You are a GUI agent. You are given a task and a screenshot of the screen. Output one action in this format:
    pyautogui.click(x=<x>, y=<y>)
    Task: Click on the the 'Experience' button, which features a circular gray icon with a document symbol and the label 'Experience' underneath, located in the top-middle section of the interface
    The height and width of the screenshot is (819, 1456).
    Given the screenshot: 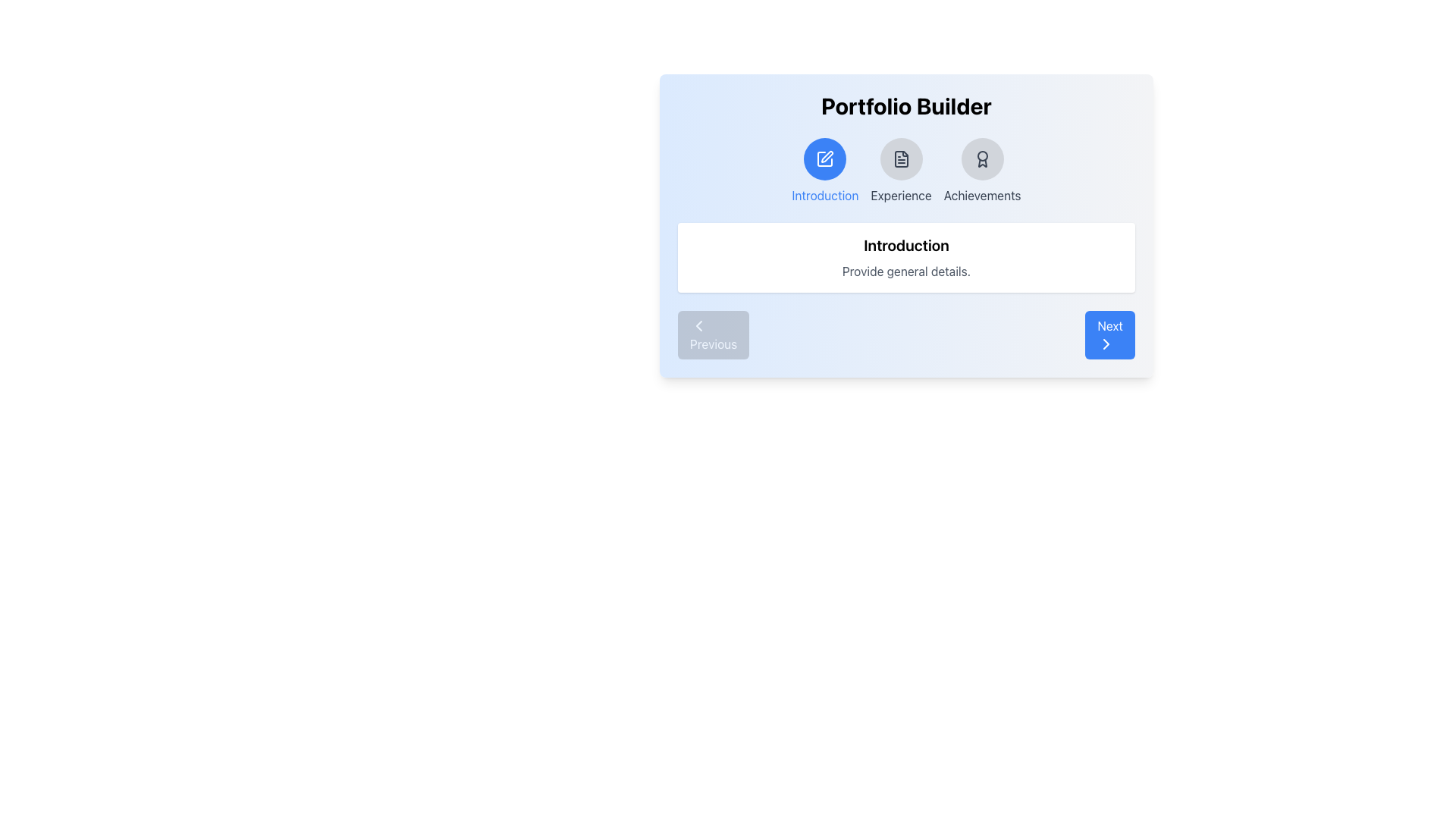 What is the action you would take?
    pyautogui.click(x=901, y=171)
    